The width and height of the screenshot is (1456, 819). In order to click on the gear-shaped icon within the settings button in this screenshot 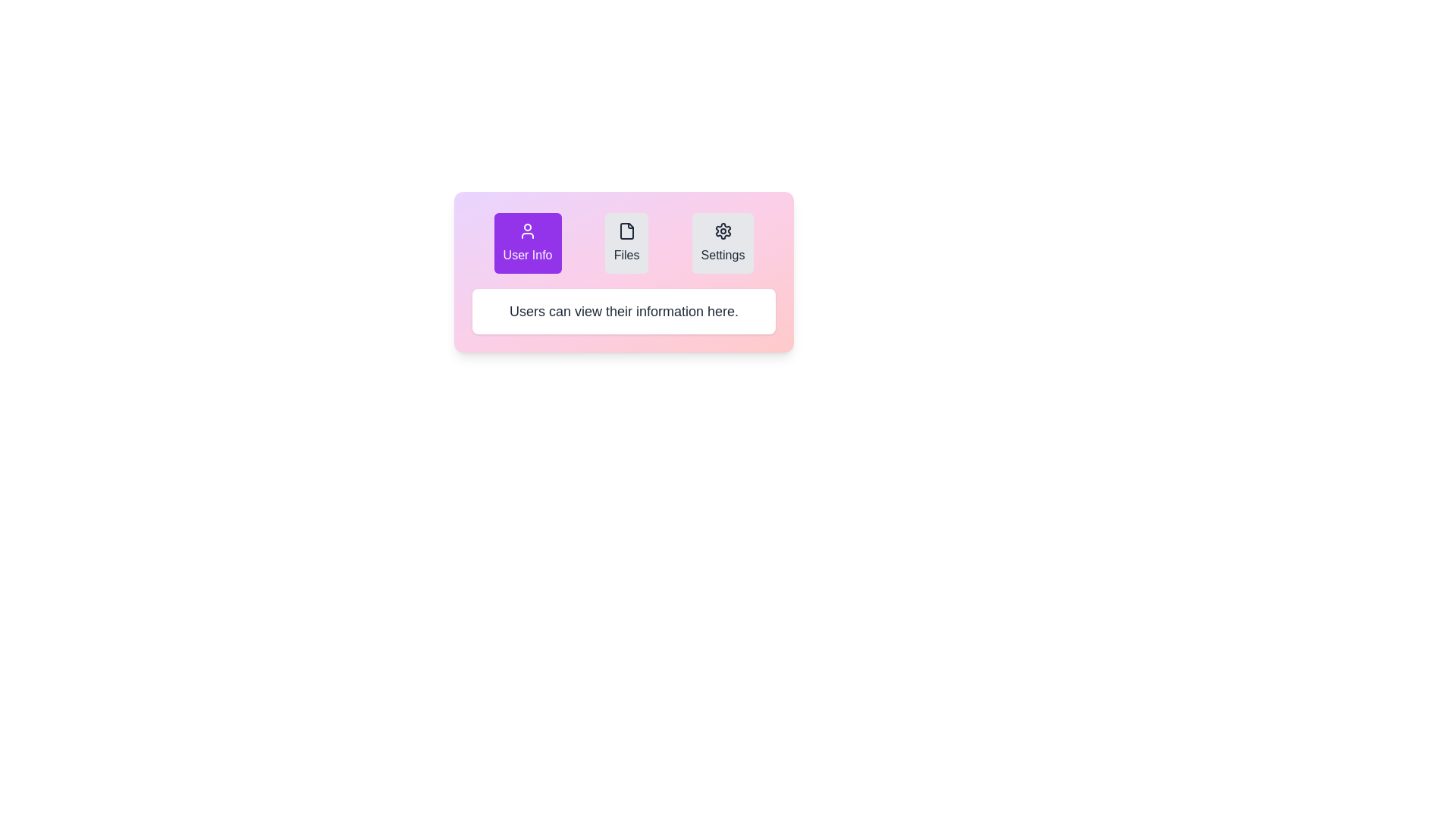, I will do `click(722, 231)`.